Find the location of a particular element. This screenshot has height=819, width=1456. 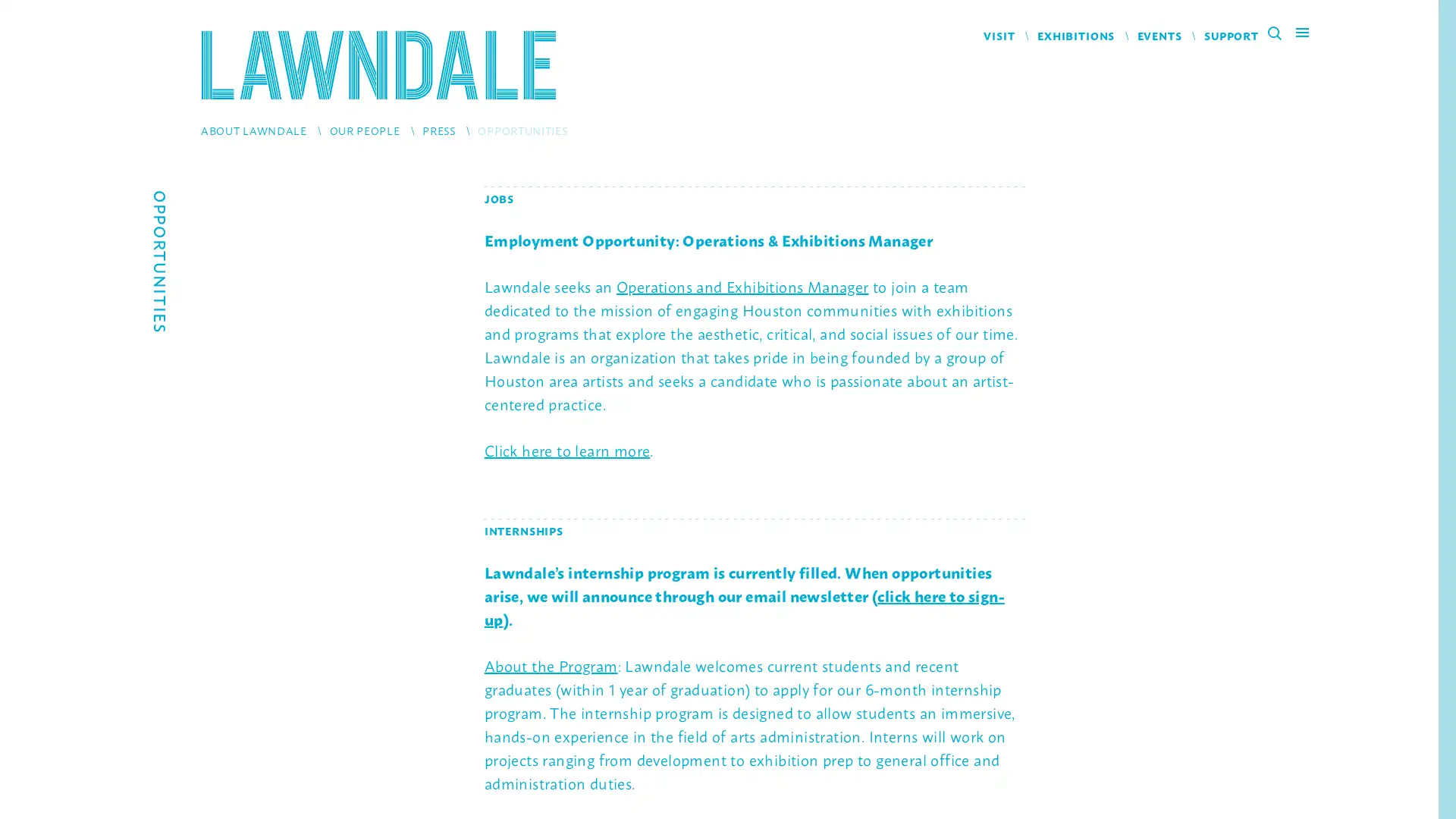

Main Menu is located at coordinates (1301, 35).